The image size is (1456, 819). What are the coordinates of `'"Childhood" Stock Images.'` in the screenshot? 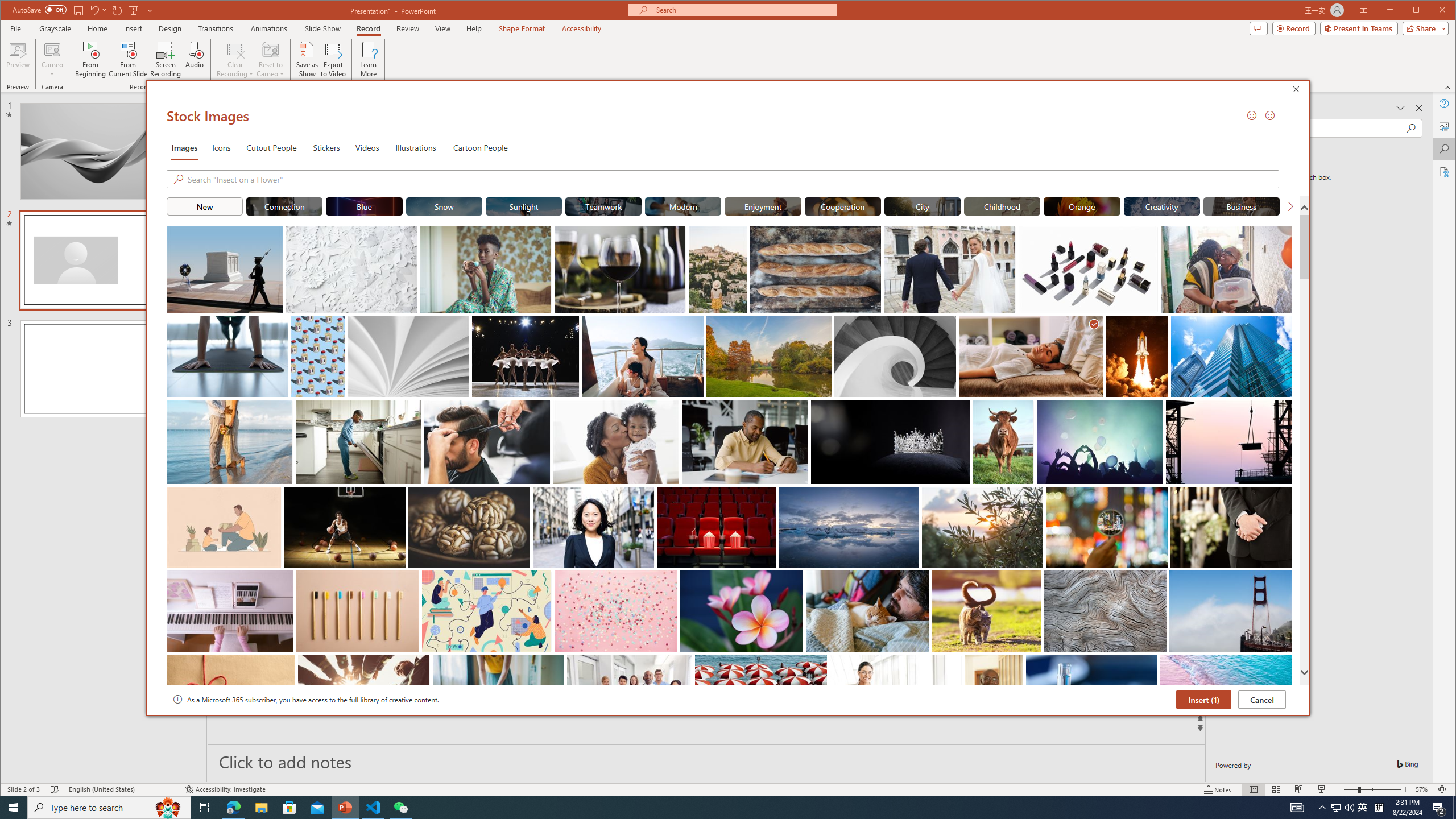 It's located at (1002, 205).